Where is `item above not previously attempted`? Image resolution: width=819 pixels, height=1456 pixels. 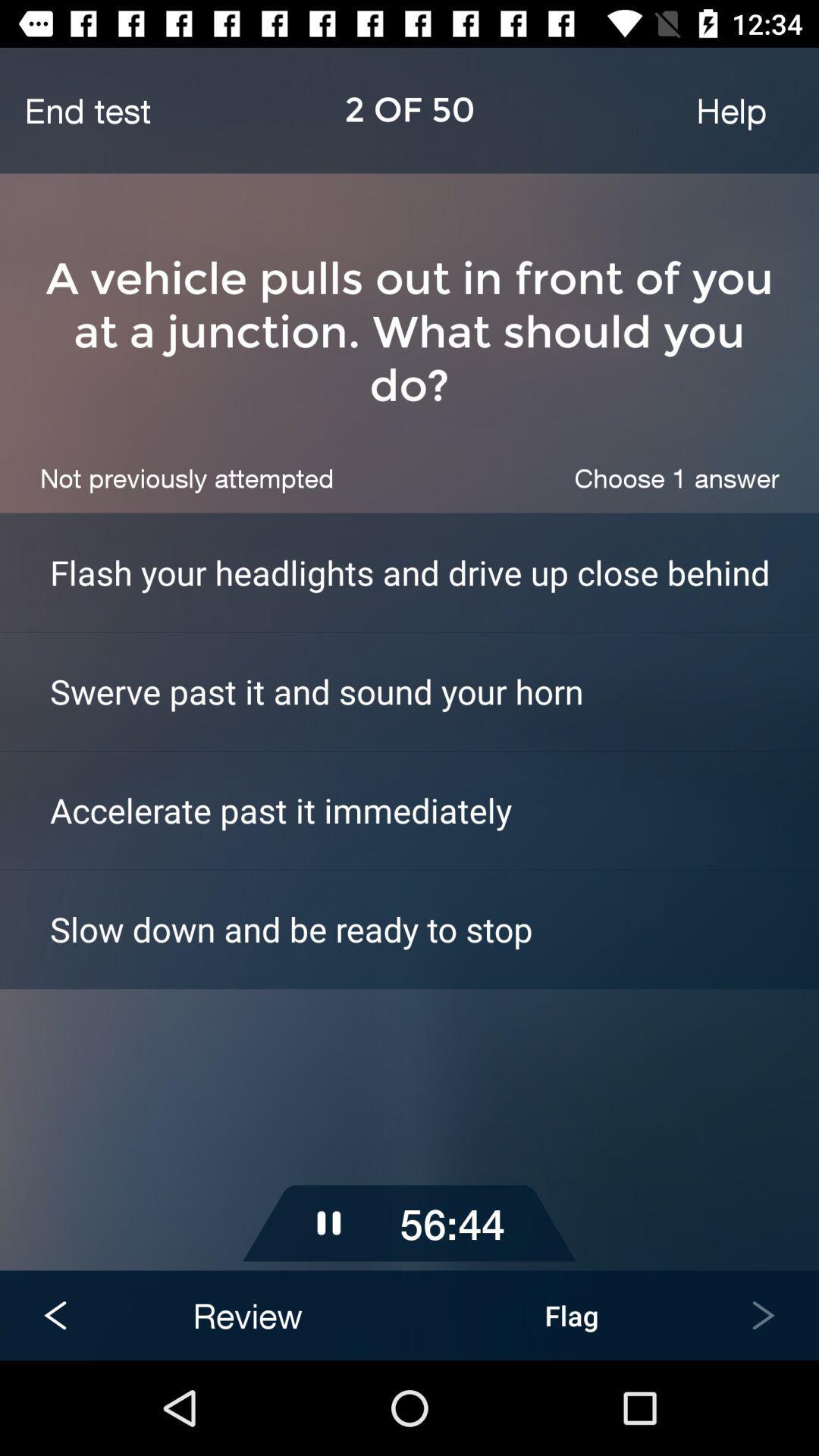
item above not previously attempted is located at coordinates (409, 331).